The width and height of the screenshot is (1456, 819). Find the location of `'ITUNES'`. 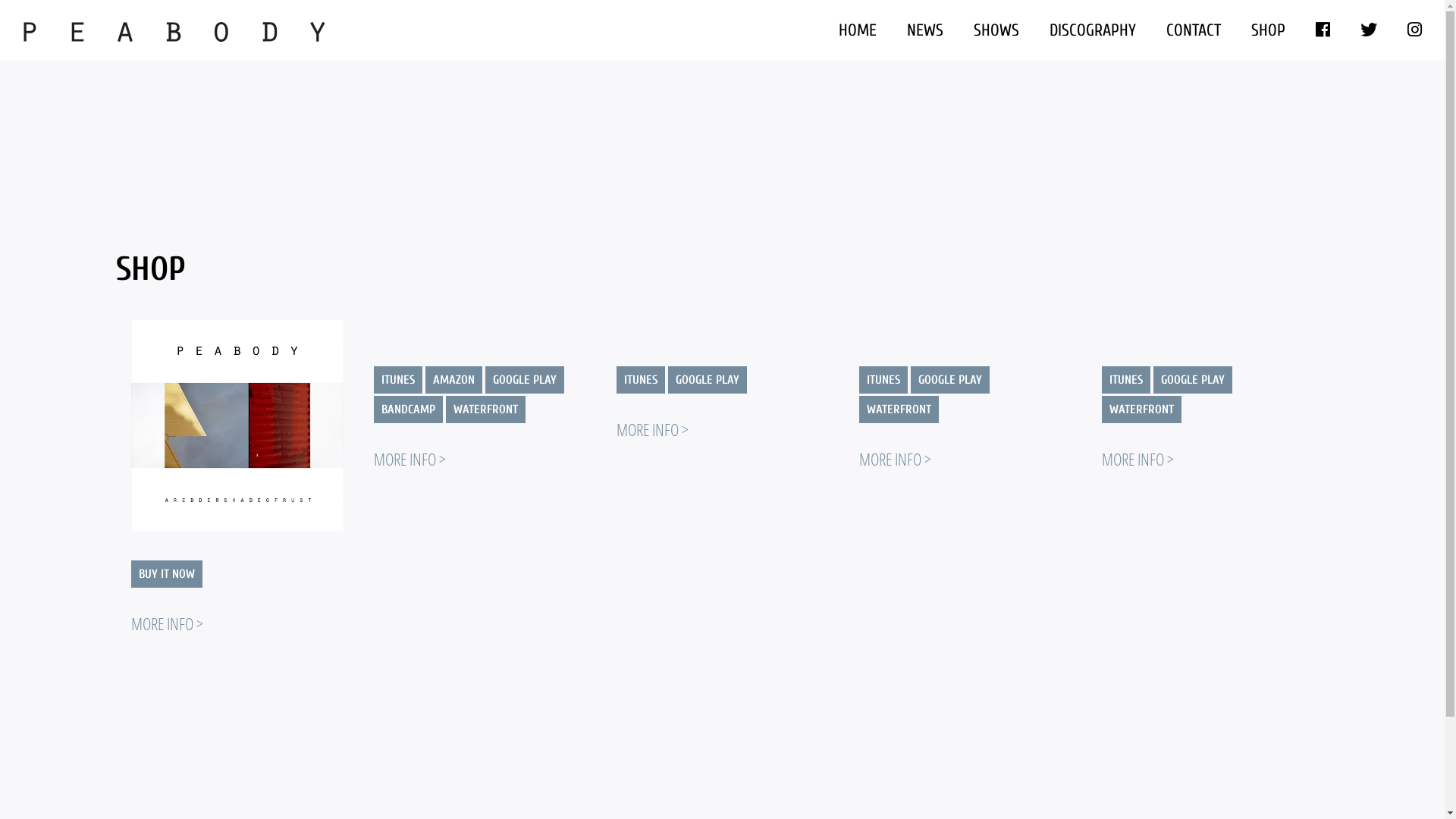

'ITUNES' is located at coordinates (858, 379).